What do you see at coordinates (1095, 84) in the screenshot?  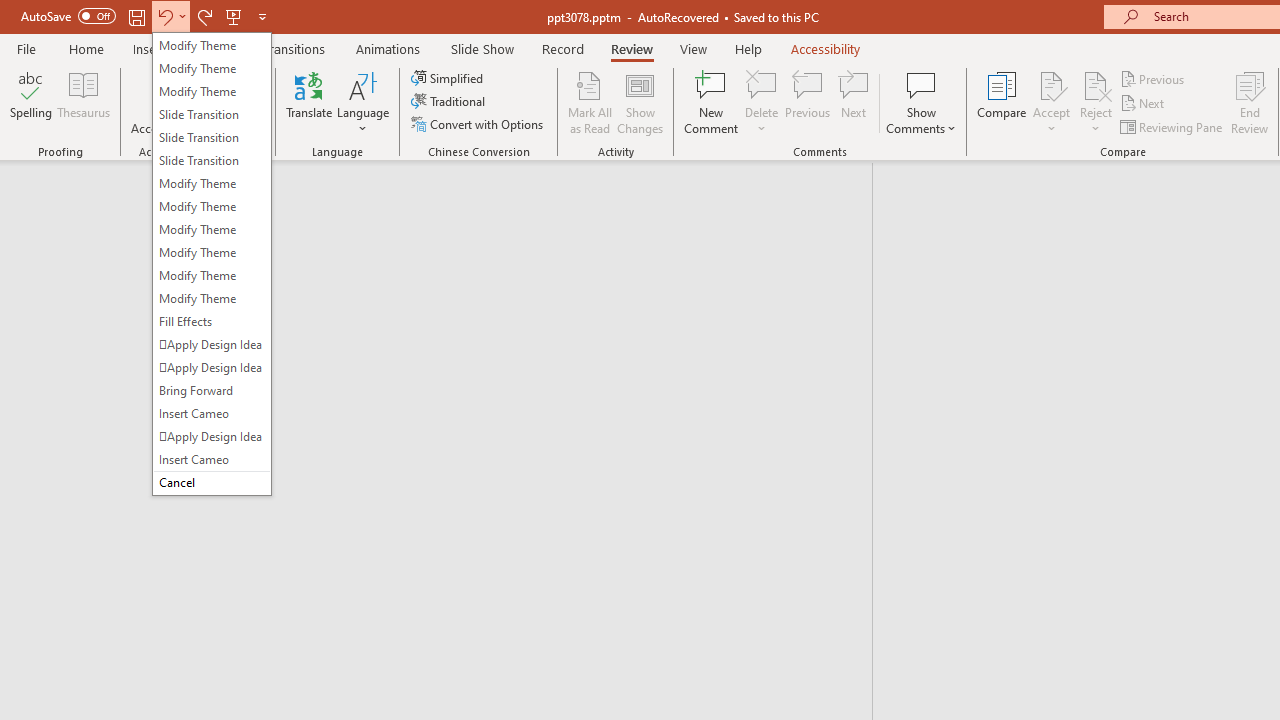 I see `'Reject Change'` at bounding box center [1095, 84].